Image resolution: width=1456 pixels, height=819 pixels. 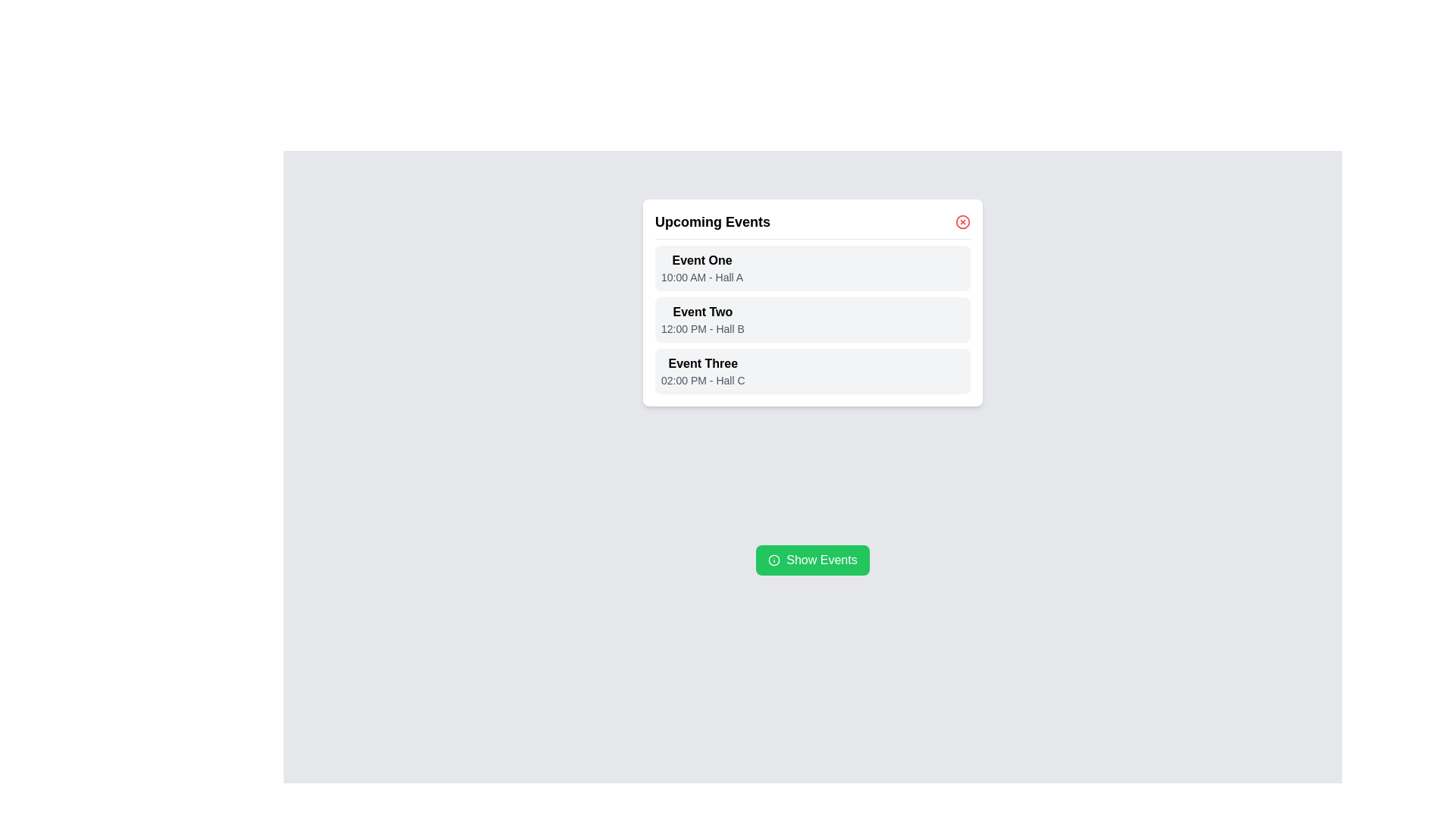 I want to click on information displayed in the formatted text block element titled 'Event Two', which contains the details '12:00 PM - Hall B', so click(x=701, y=318).